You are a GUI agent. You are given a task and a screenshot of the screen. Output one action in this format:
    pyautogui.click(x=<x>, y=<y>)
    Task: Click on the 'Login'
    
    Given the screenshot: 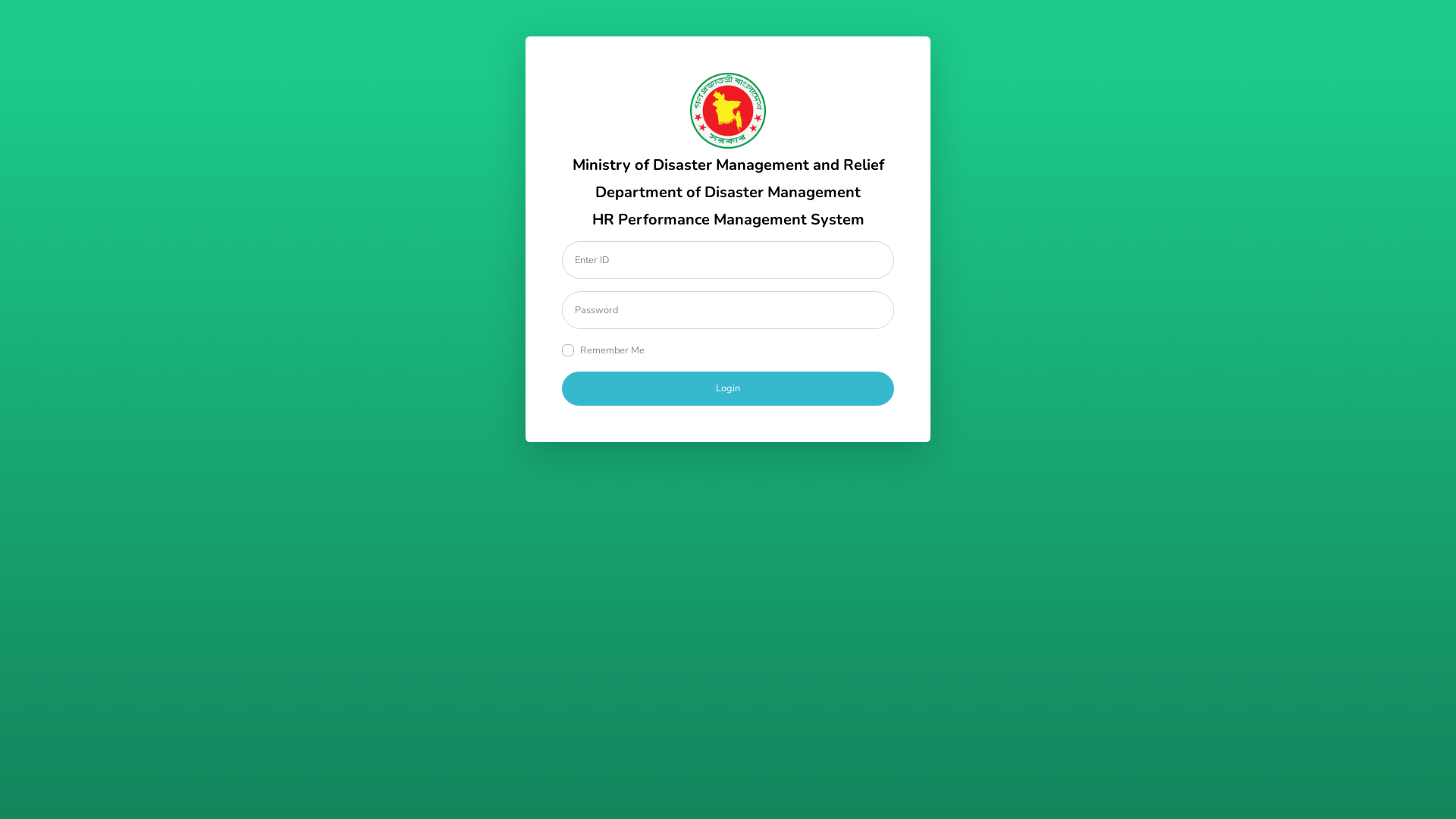 What is the action you would take?
    pyautogui.click(x=728, y=388)
    